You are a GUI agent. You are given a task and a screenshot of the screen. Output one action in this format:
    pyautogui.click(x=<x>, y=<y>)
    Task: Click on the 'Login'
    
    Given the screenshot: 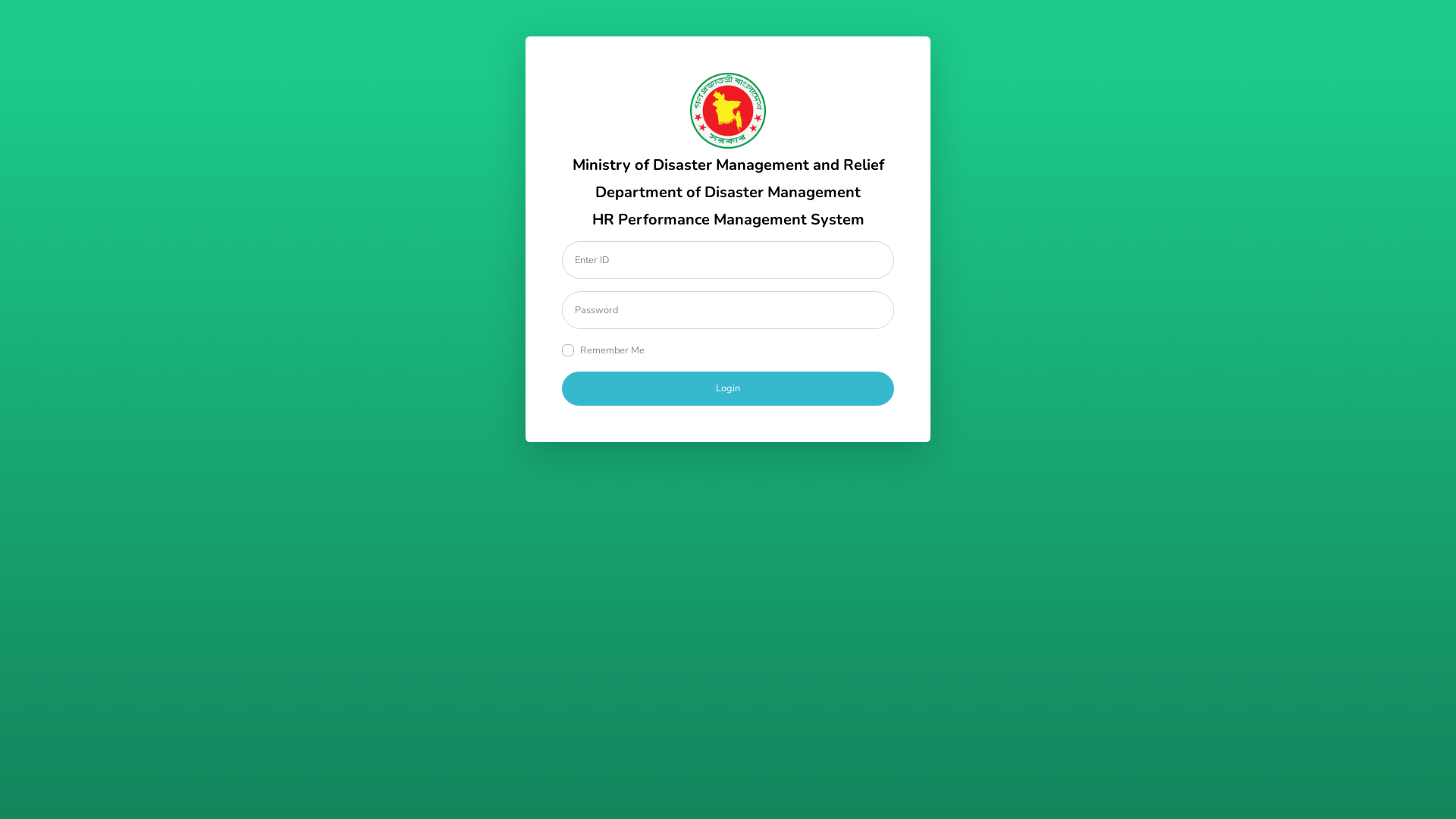 What is the action you would take?
    pyautogui.click(x=728, y=388)
    